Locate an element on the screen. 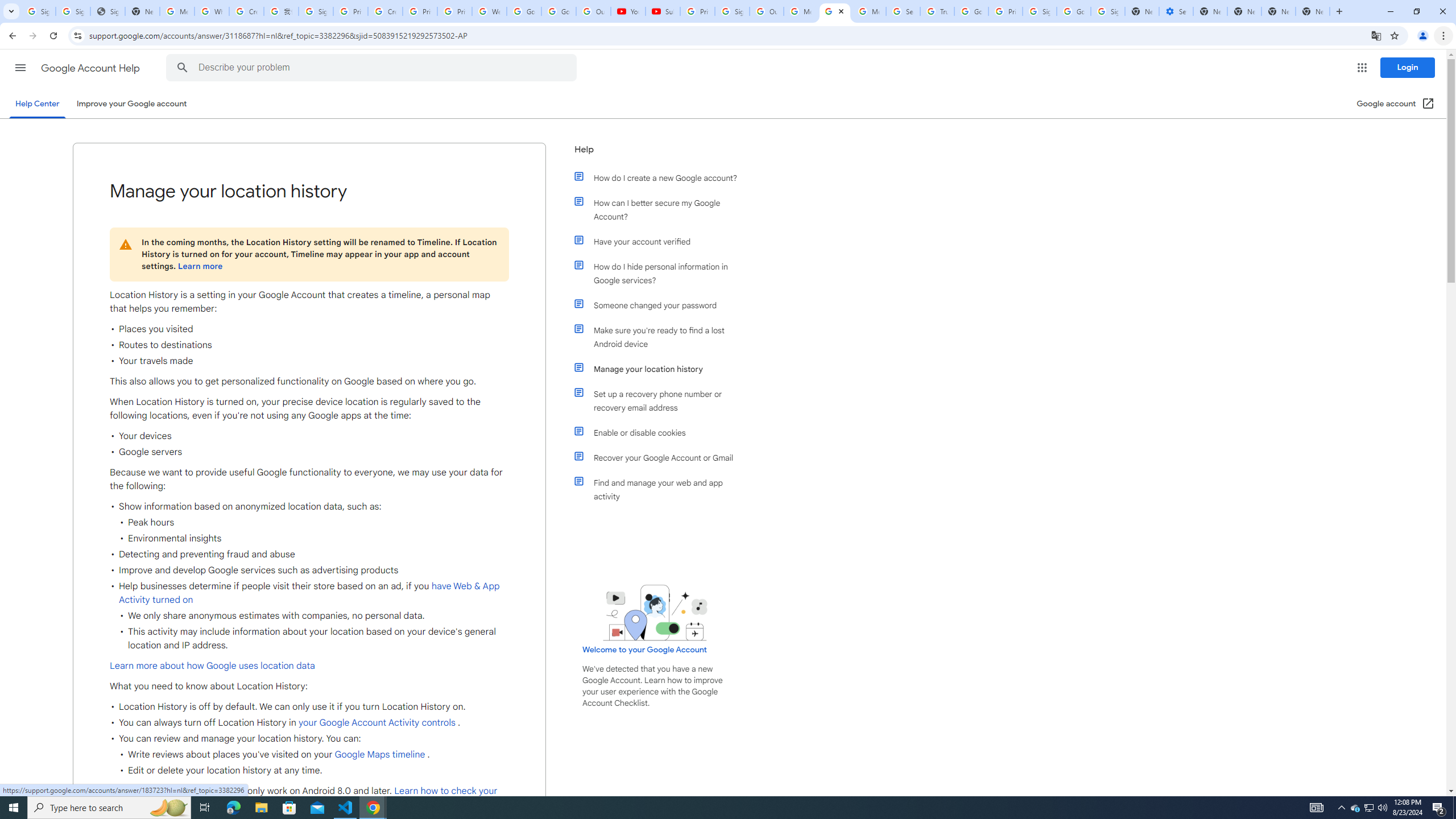 Image resolution: width=1456 pixels, height=819 pixels. 'Learn more' is located at coordinates (200, 266).